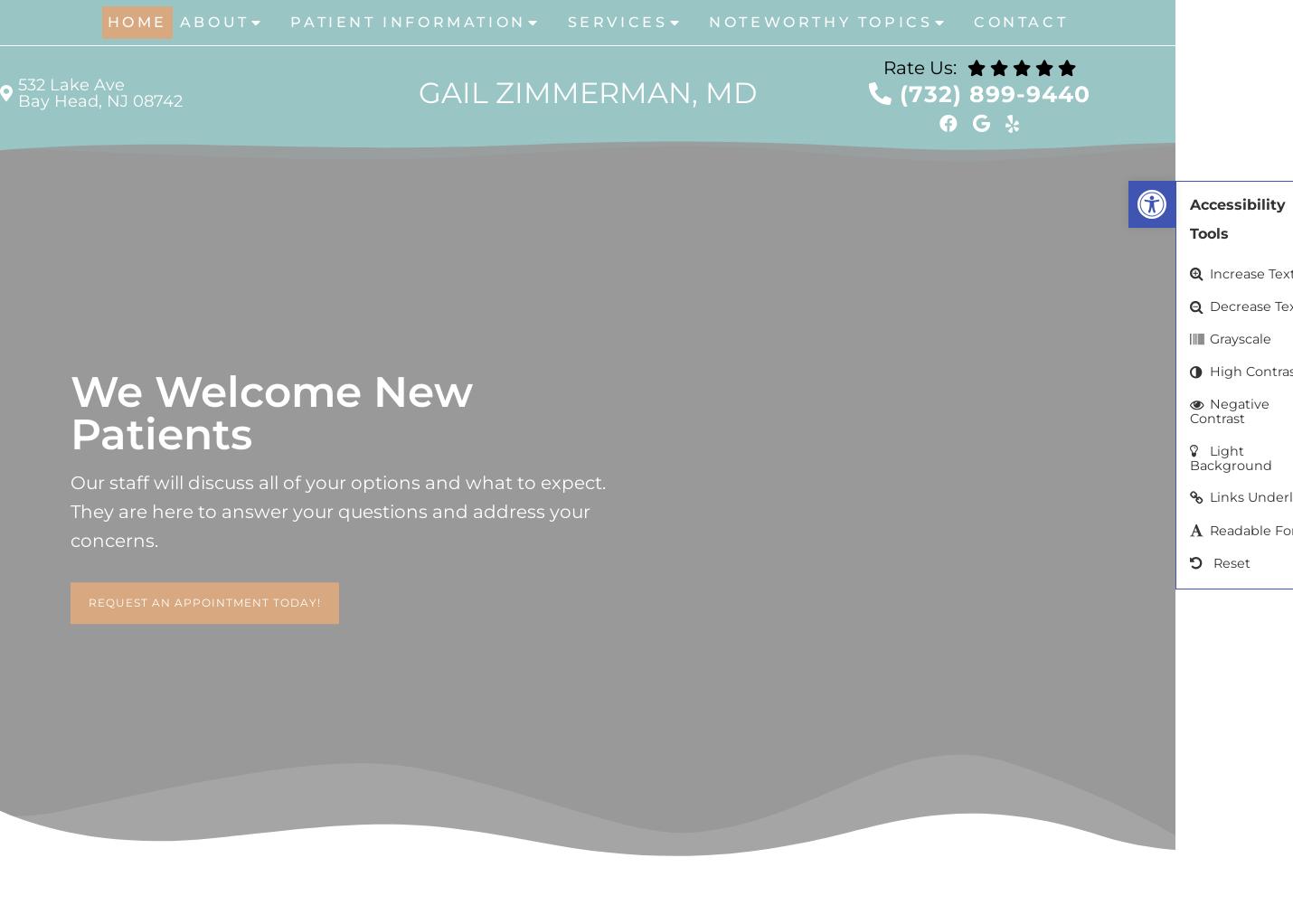 Image resolution: width=1293 pixels, height=924 pixels. I want to click on 'Preventive Medicine', so click(627, 184).